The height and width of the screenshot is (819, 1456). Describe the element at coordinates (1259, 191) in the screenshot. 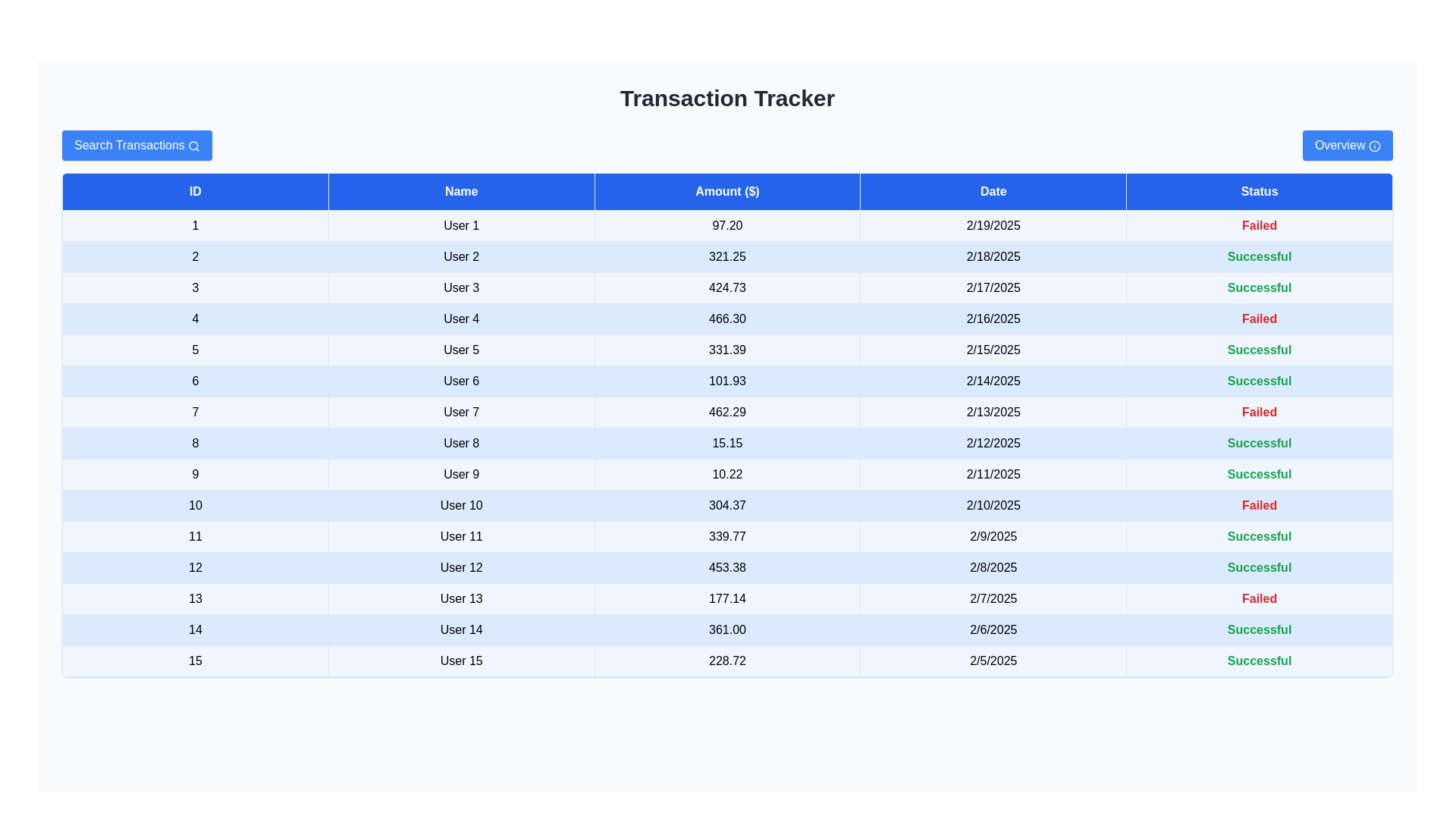

I see `the 'Status' column to emphasize failed or successful transactions` at that location.